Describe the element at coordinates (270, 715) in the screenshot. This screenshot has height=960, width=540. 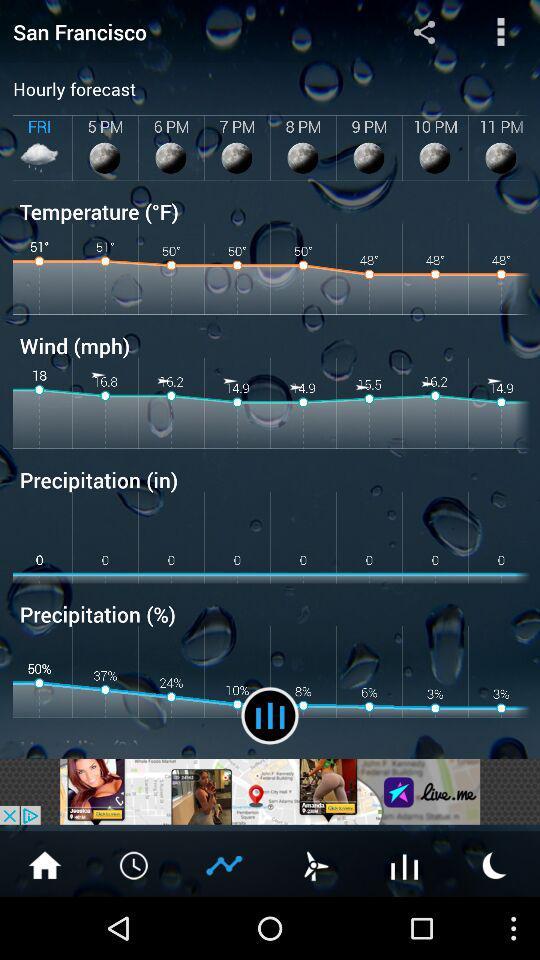
I see `the item to the right of the humidity (%) app` at that location.